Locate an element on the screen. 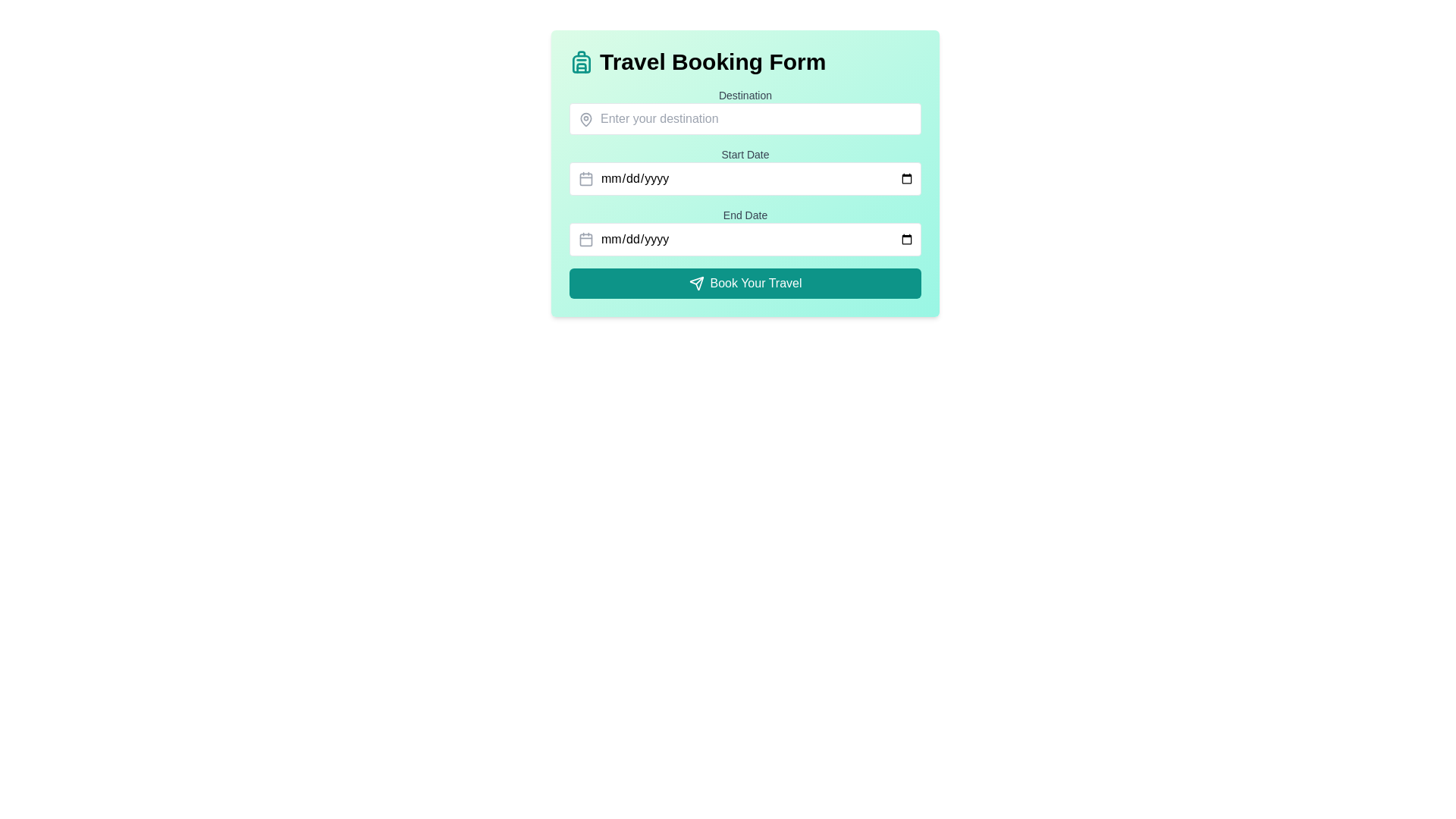 The width and height of the screenshot is (1456, 819). the label indicating the end date in the travel booking form, which is centrally aligned above the end date input field is located at coordinates (745, 215).